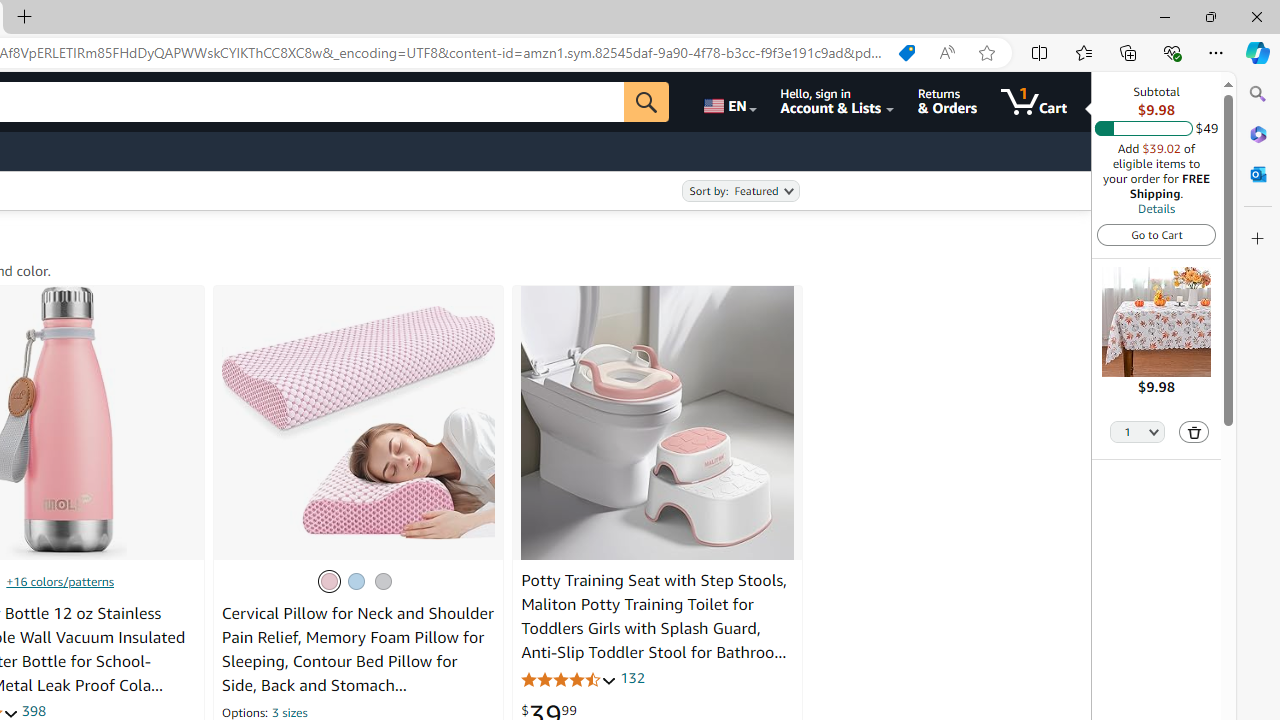 This screenshot has width=1280, height=720. Describe the element at coordinates (1156, 208) in the screenshot. I see `'Details'` at that location.